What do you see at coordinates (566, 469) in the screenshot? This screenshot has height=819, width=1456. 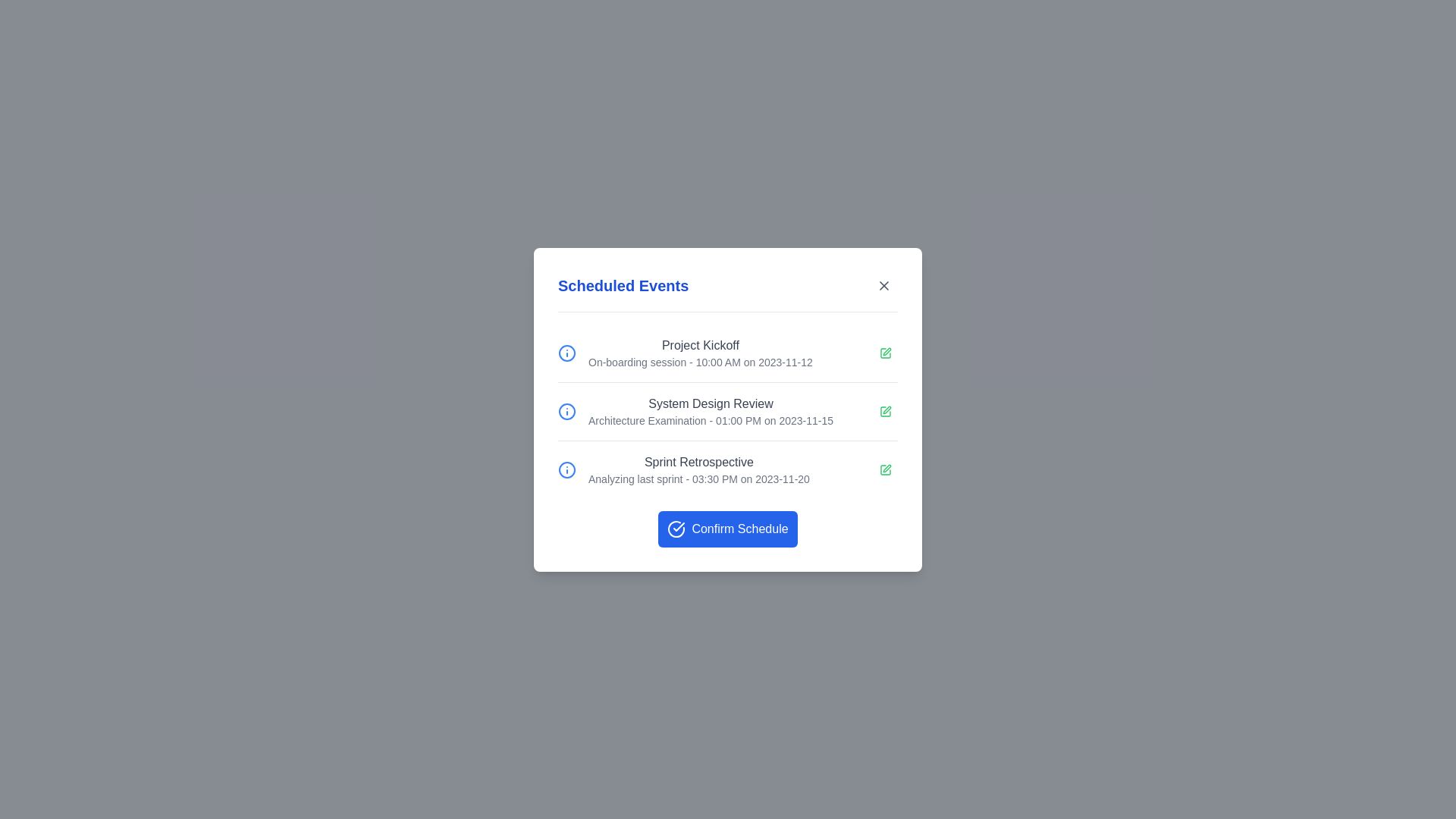 I see `the information icon for Sprint Retrospective to view more details` at bounding box center [566, 469].